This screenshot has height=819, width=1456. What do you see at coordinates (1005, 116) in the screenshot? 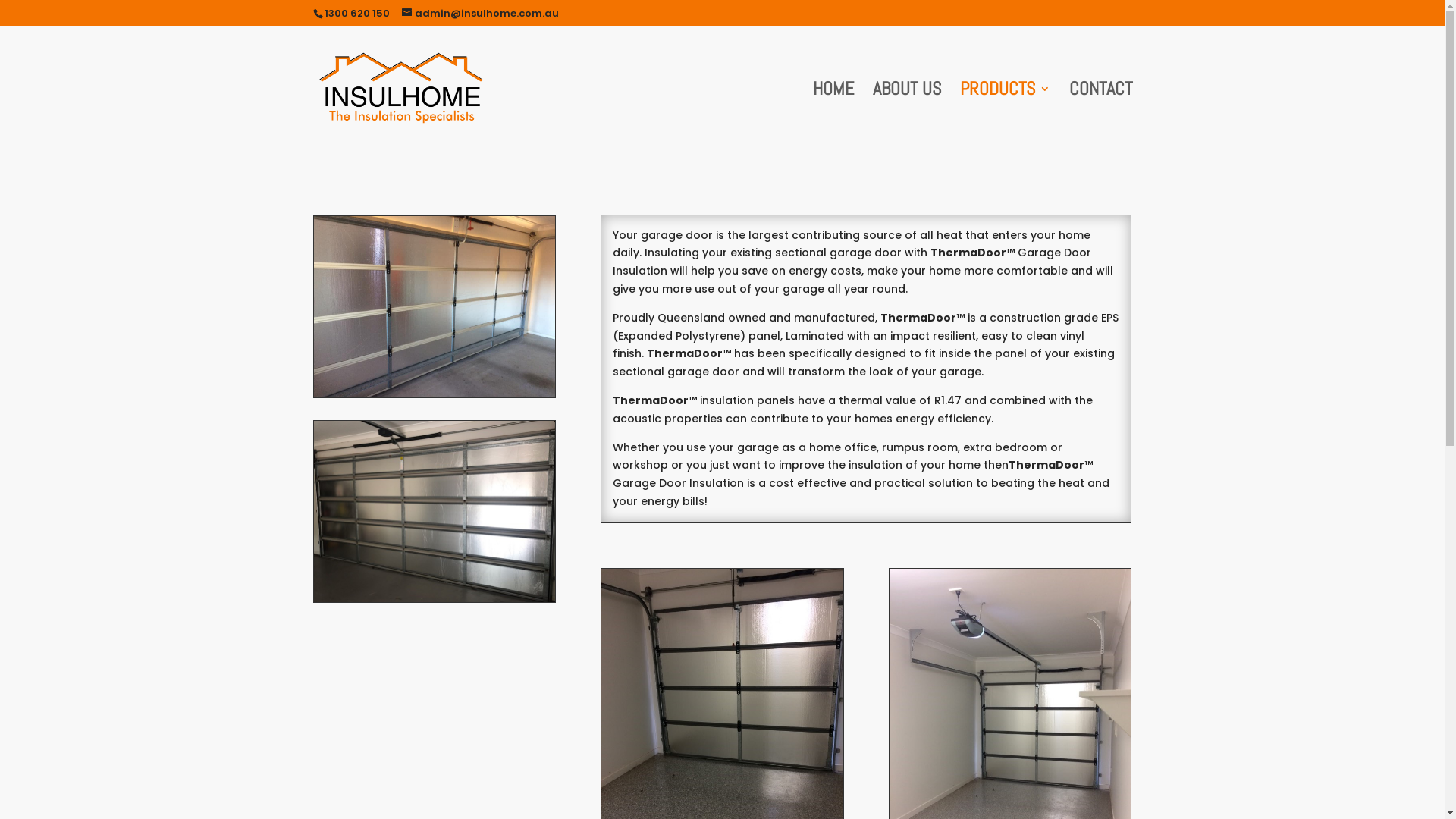
I see `'PRODUCTS'` at bounding box center [1005, 116].